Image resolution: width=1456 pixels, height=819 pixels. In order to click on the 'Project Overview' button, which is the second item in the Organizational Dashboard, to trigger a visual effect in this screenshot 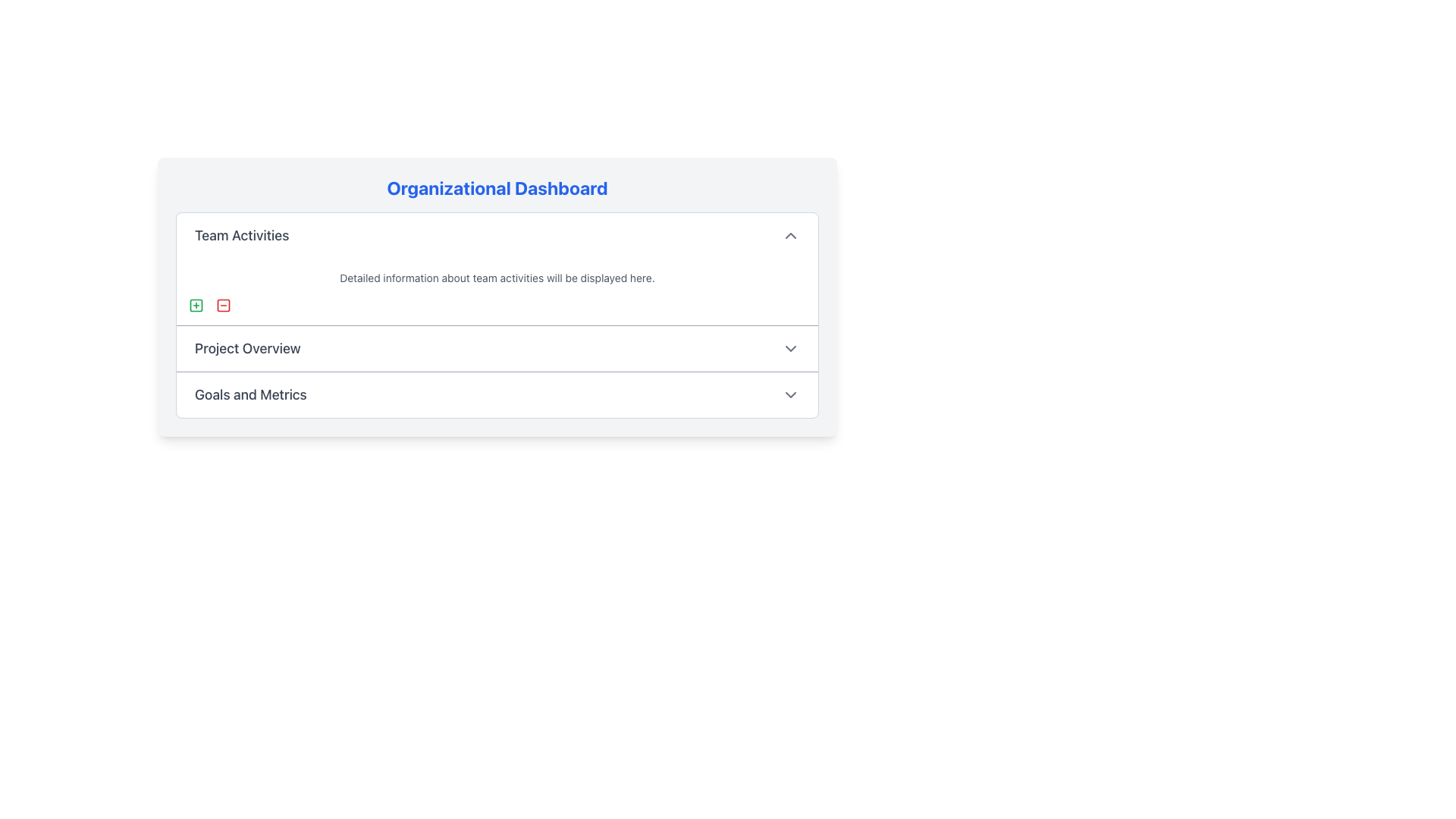, I will do `click(497, 348)`.